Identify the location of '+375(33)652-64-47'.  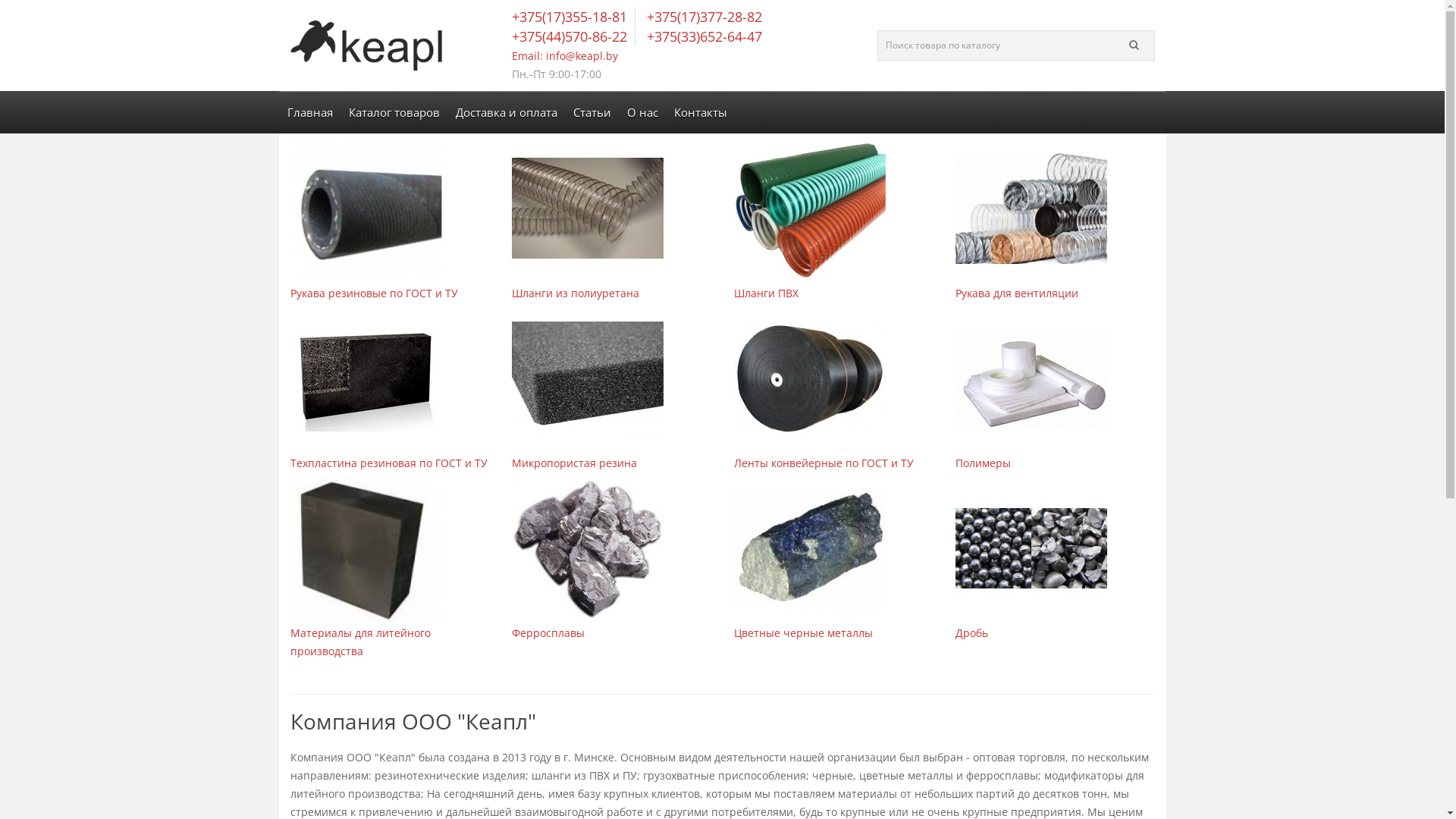
(701, 35).